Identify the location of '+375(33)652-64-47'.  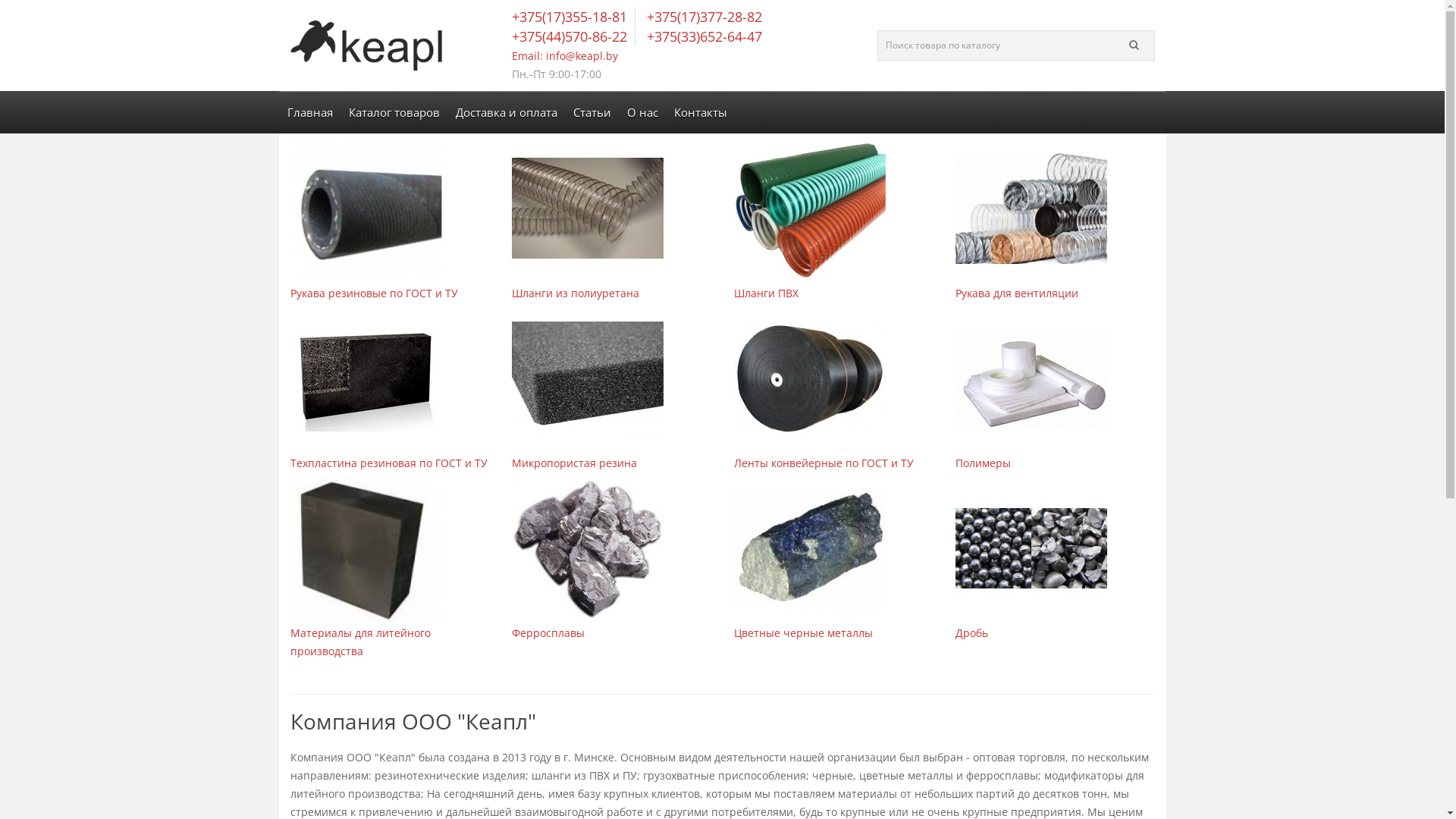
(701, 35).